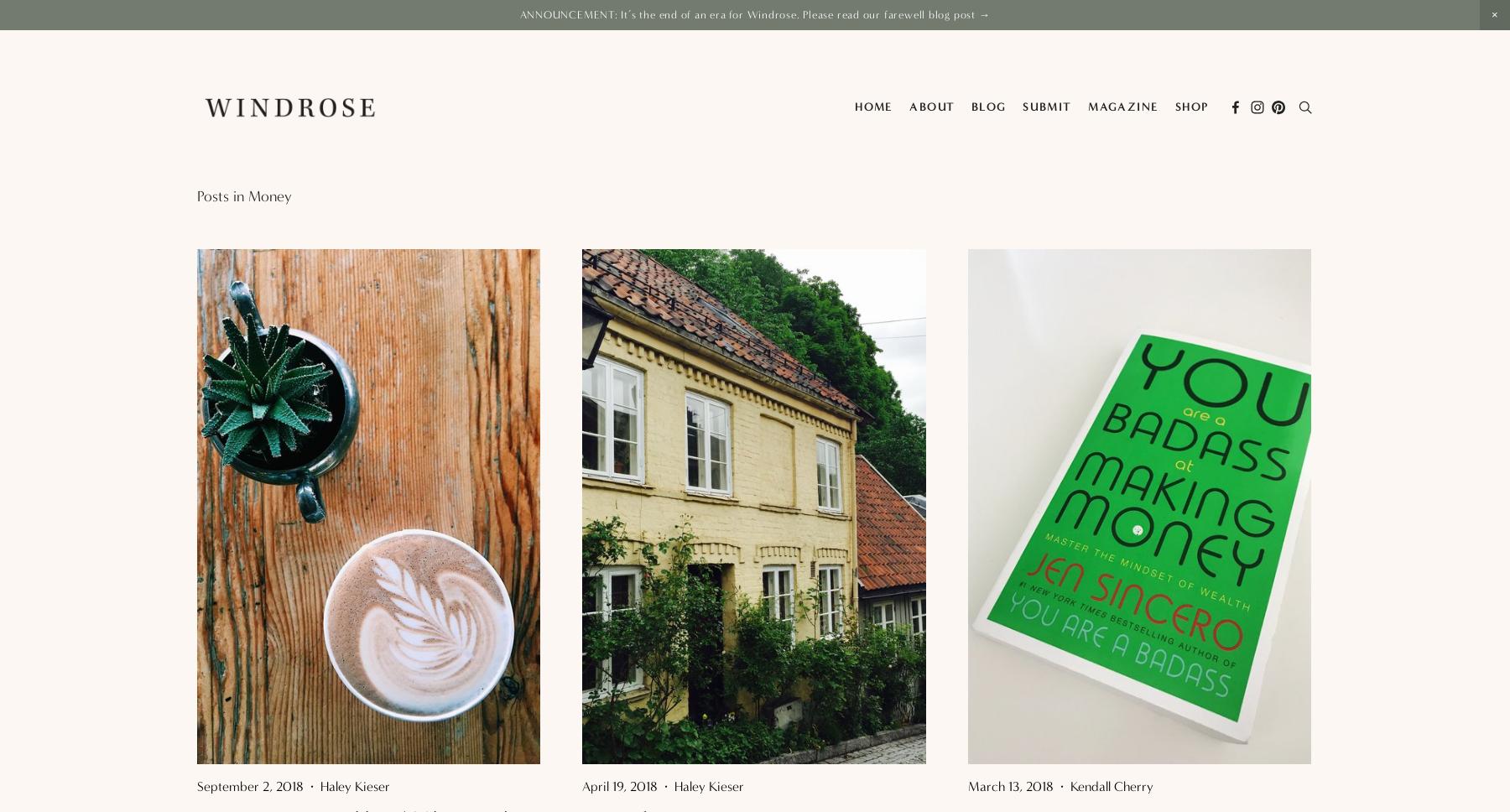 The width and height of the screenshot is (1510, 812). I want to click on 'ANNOUNCEMENT: It’s the end of an era for Windrose. Please read our farewell blog post →', so click(754, 14).